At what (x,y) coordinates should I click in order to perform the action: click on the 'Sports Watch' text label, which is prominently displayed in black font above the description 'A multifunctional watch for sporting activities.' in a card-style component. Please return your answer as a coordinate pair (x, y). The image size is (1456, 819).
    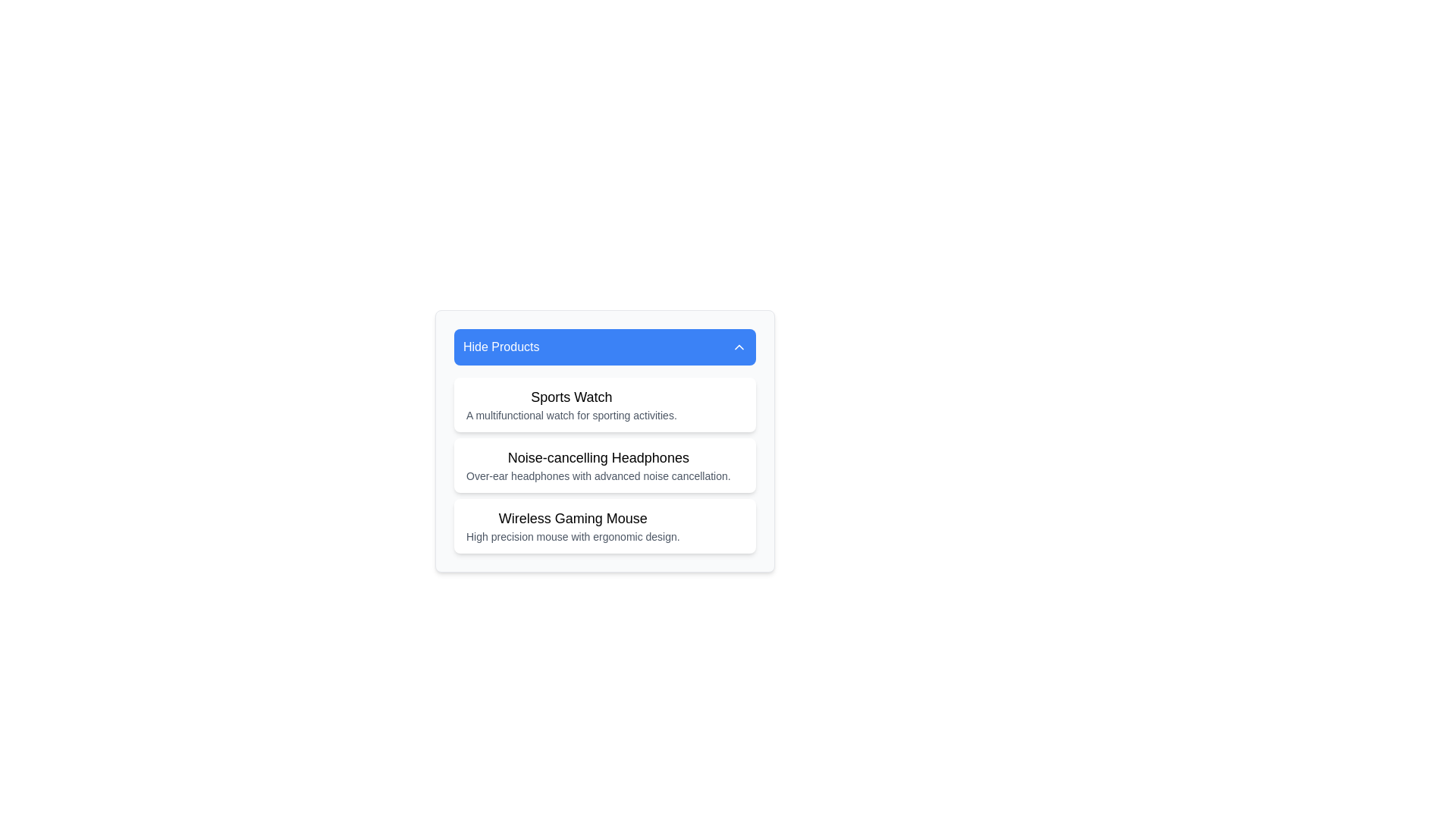
    Looking at the image, I should click on (570, 397).